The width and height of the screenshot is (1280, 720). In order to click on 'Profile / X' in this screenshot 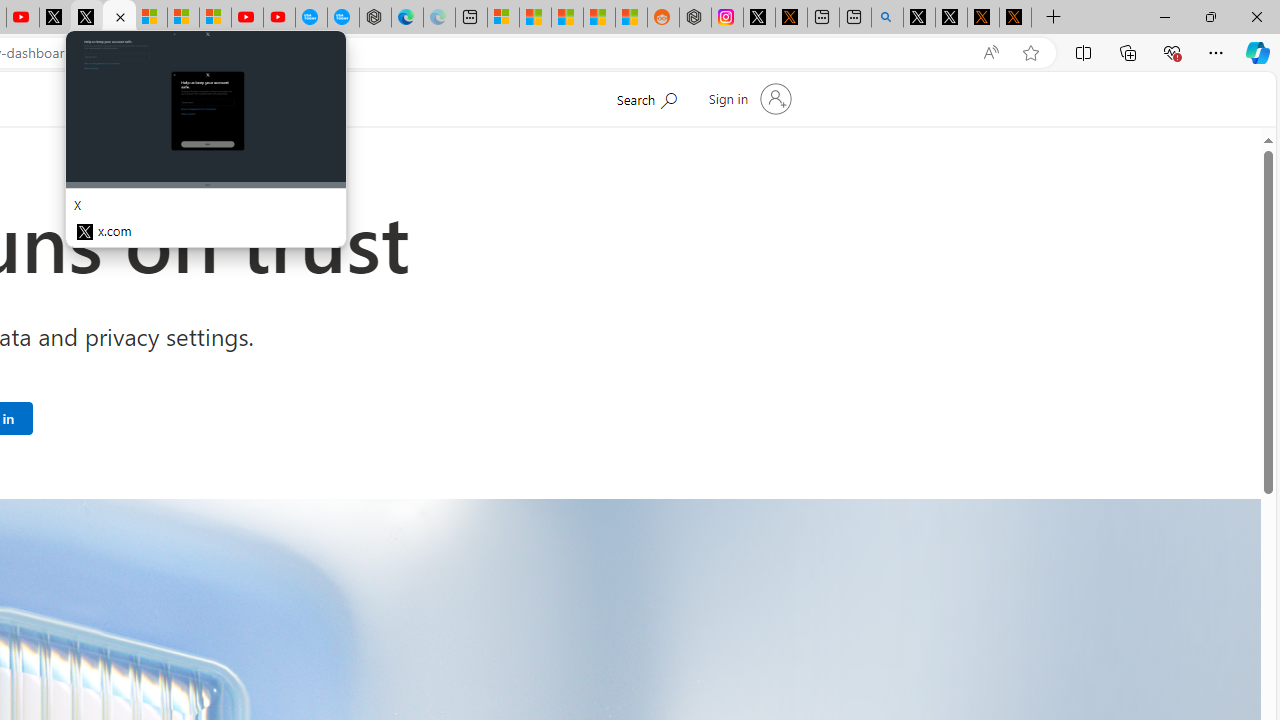, I will do `click(918, 17)`.